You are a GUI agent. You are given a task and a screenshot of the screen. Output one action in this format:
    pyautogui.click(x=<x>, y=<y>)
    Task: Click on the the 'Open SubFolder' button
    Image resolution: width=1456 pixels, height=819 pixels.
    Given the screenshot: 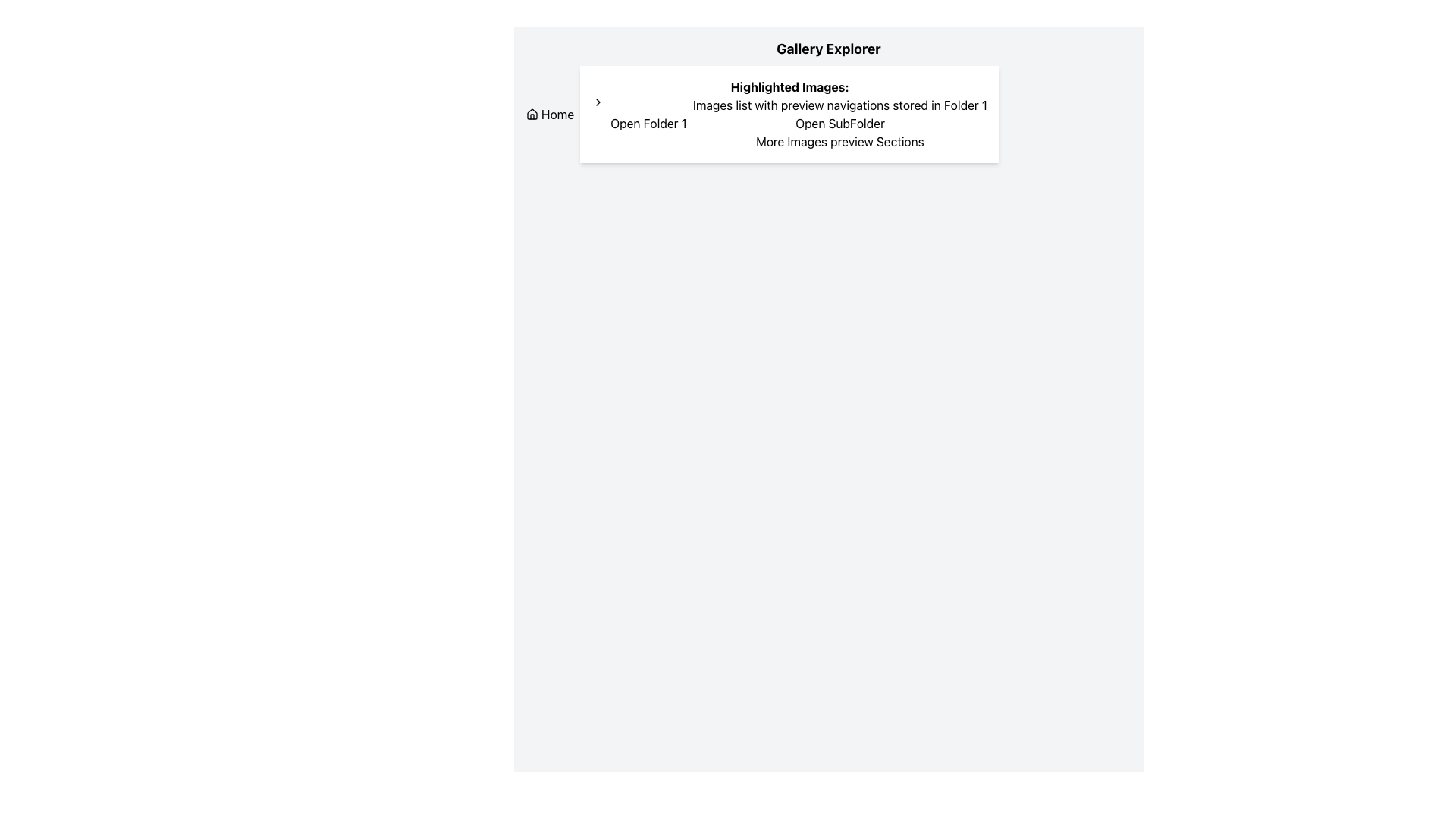 What is the action you would take?
    pyautogui.click(x=839, y=122)
    